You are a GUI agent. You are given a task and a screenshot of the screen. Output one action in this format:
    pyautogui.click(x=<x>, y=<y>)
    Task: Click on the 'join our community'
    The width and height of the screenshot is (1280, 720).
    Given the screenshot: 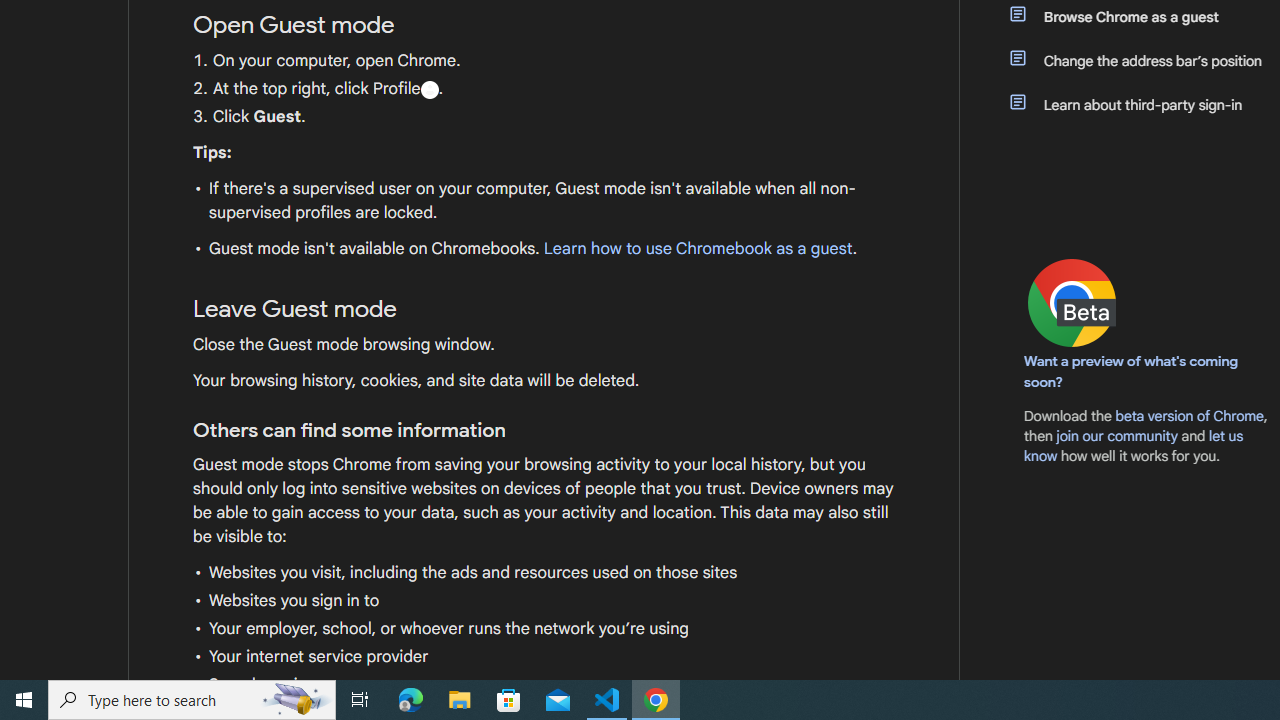 What is the action you would take?
    pyautogui.click(x=1115, y=434)
    